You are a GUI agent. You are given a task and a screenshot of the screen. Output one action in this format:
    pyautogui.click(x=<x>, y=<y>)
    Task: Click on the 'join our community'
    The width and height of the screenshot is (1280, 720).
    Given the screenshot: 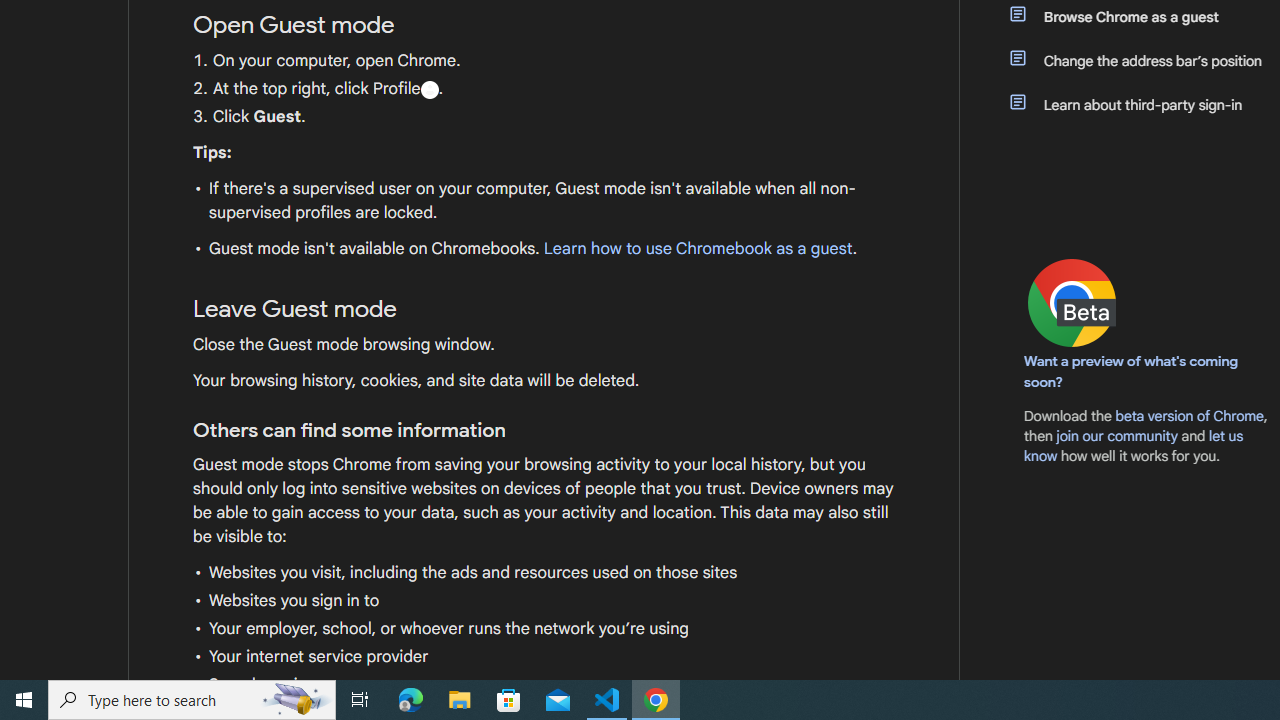 What is the action you would take?
    pyautogui.click(x=1115, y=434)
    